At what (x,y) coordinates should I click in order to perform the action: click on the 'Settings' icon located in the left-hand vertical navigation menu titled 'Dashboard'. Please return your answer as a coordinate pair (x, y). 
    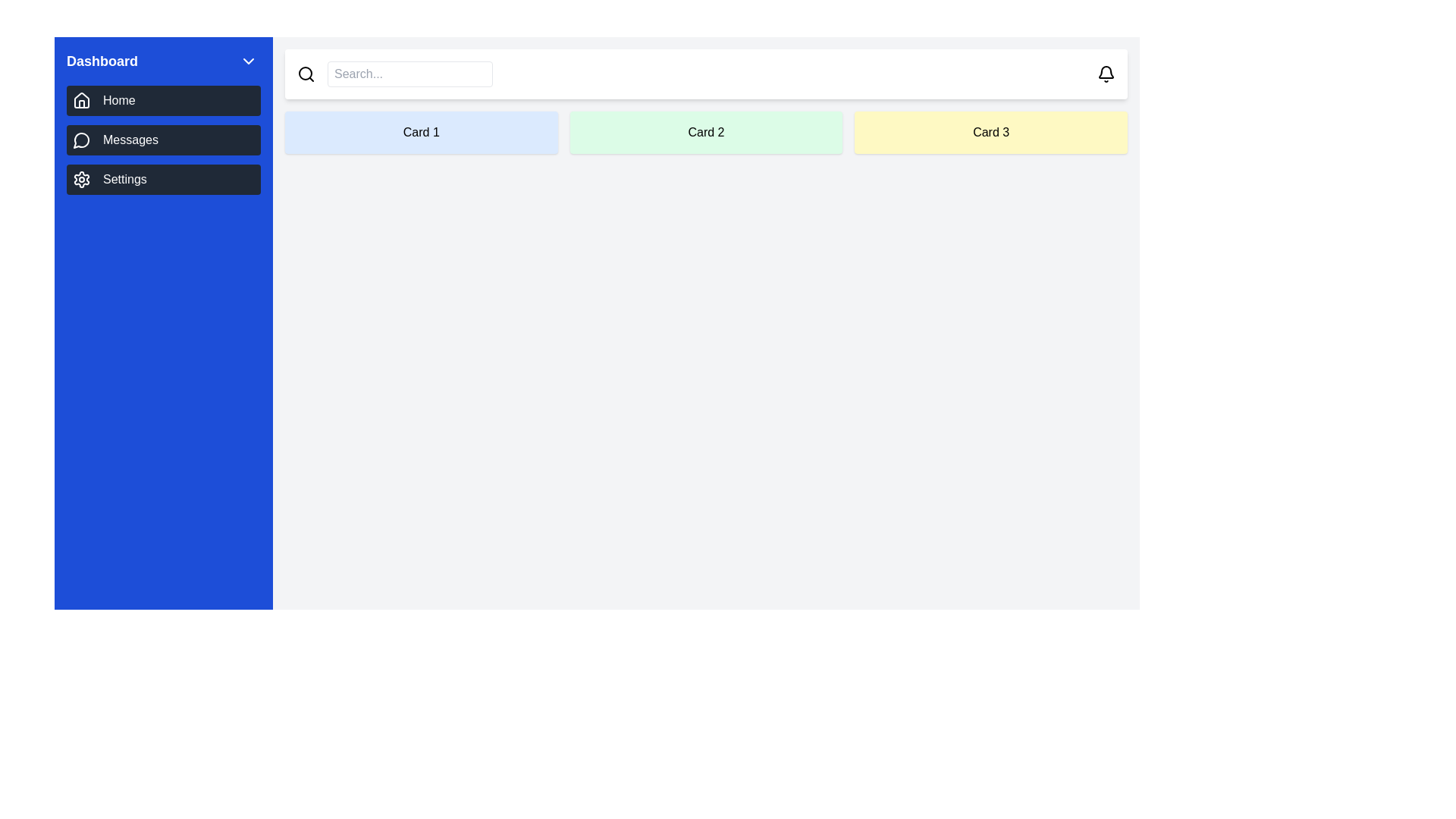
    Looking at the image, I should click on (81, 178).